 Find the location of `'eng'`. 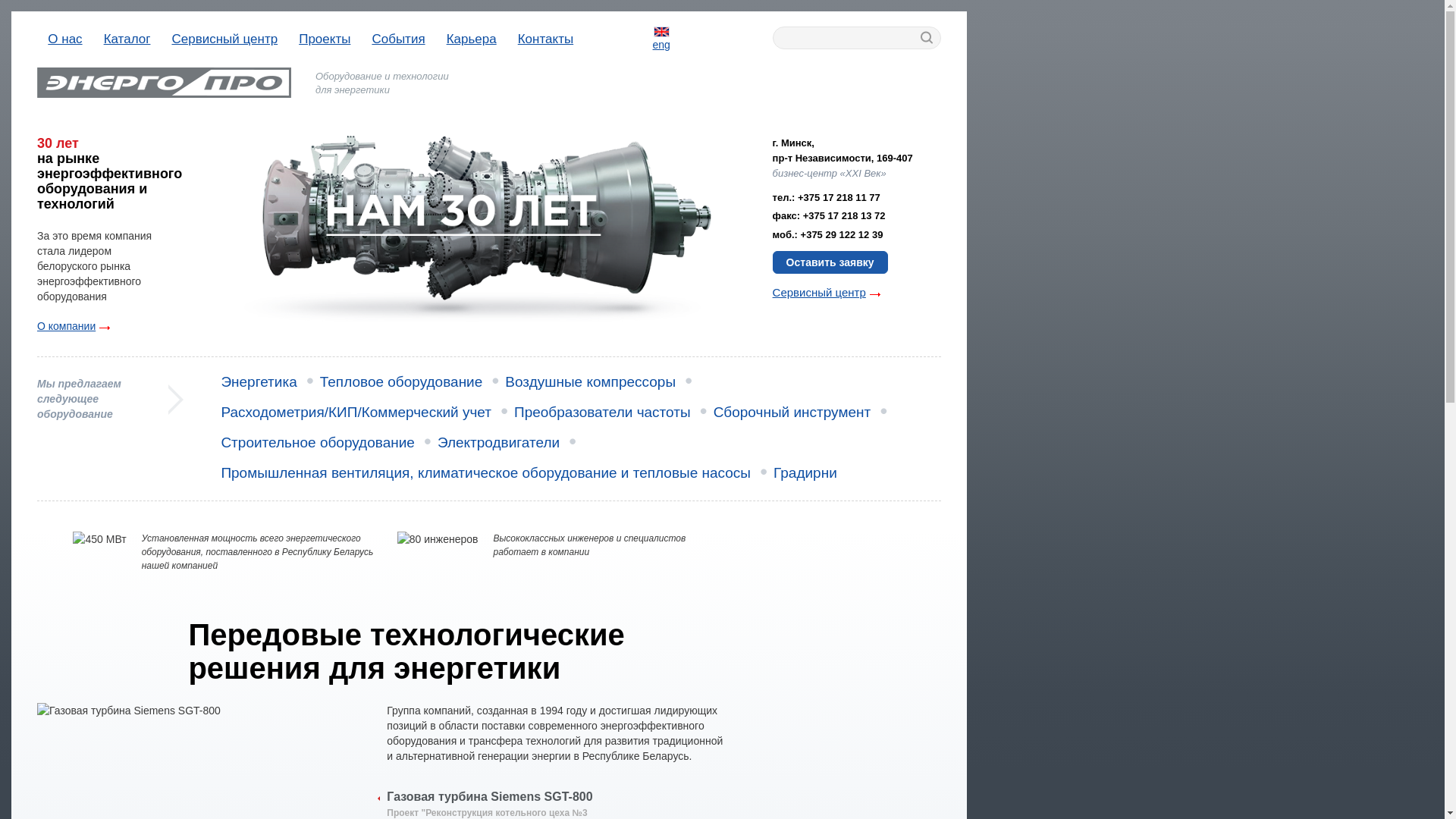

'eng' is located at coordinates (652, 37).